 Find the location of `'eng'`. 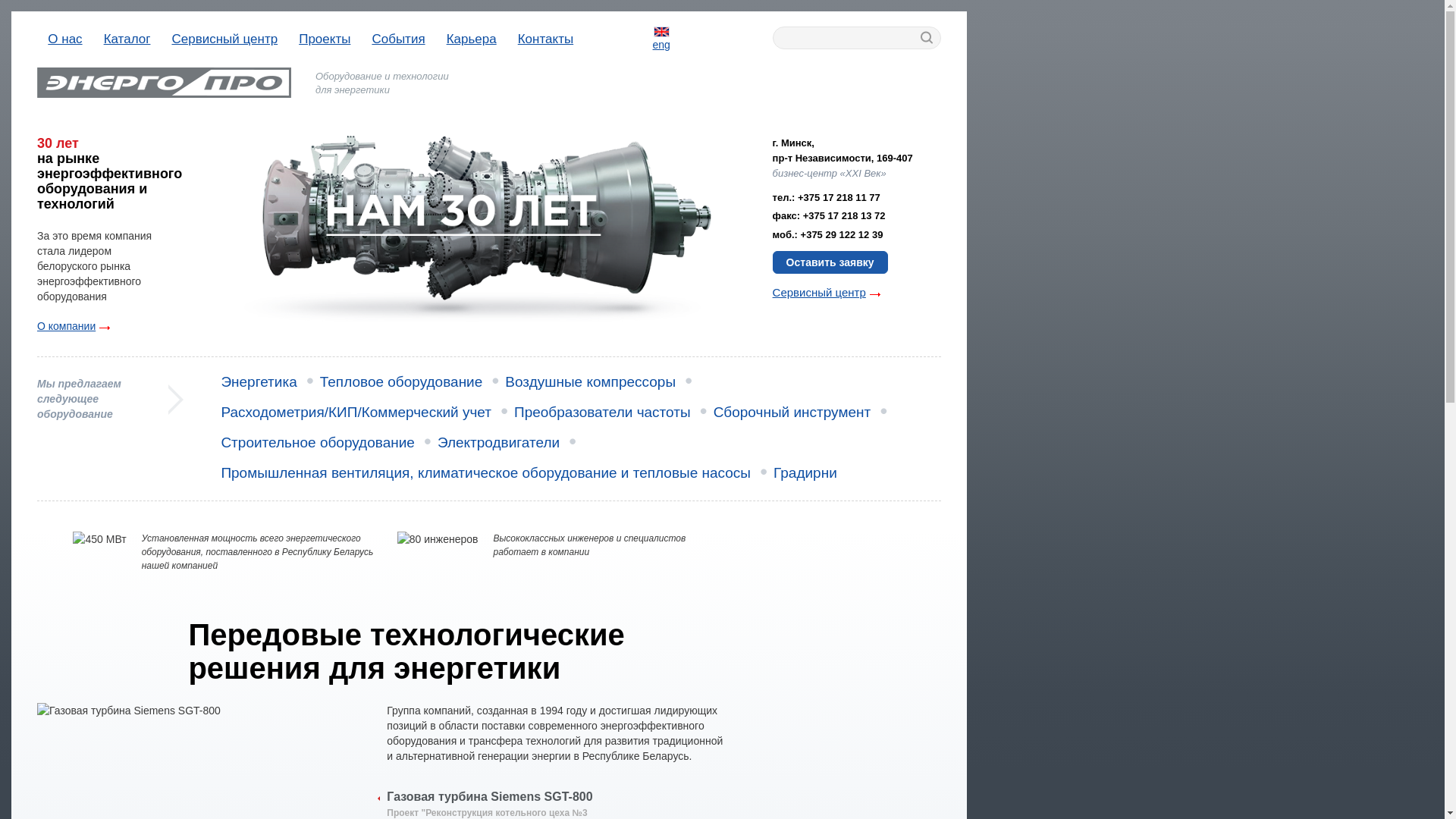

'eng' is located at coordinates (652, 37).